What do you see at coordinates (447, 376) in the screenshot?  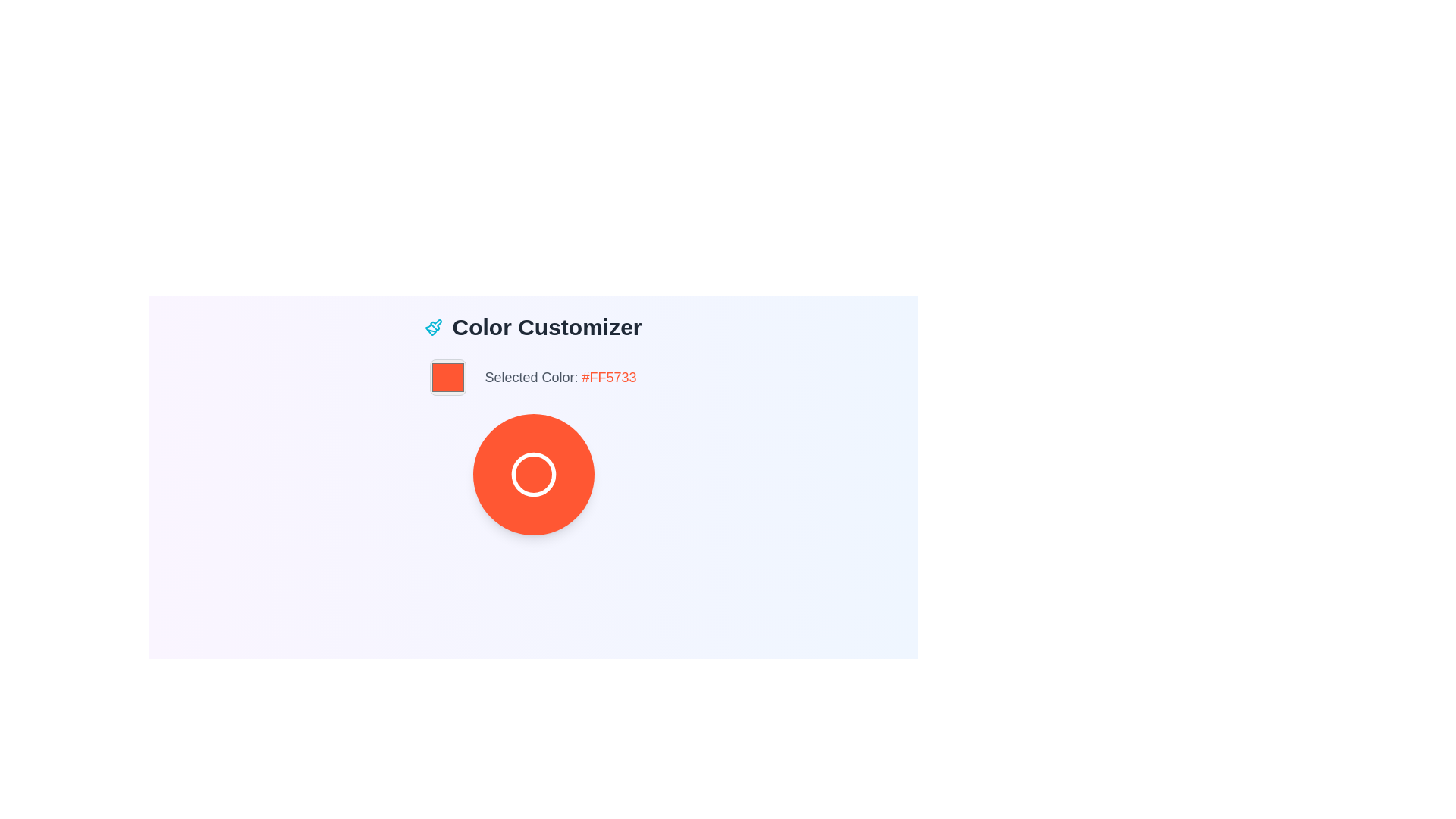 I see `the Interactive Color Display element, which is a small square with rounded corners and a bold #FF5733 color` at bounding box center [447, 376].